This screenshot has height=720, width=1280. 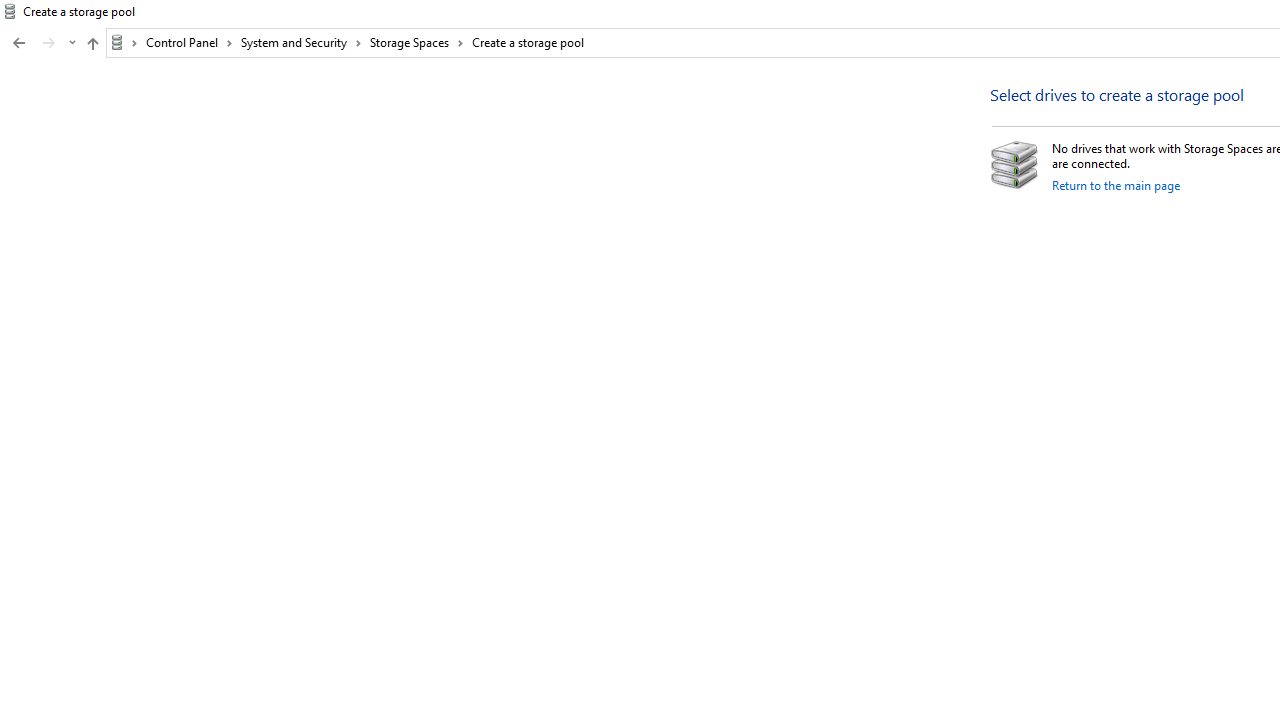 I want to click on 'Create a storage pool', so click(x=528, y=42).